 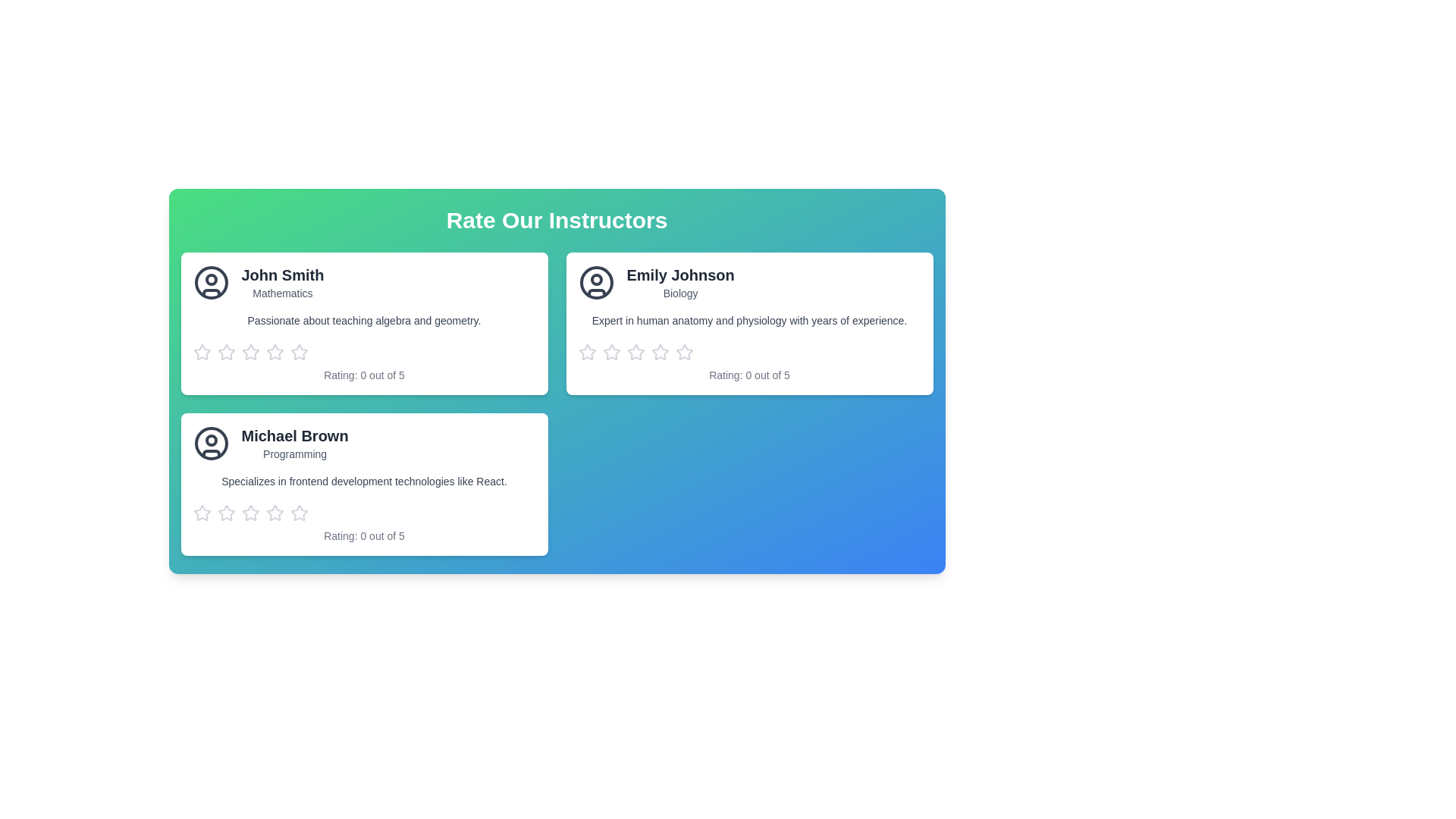 What do you see at coordinates (749, 320) in the screenshot?
I see `the text element displaying 'Expert in human anatomy and physiology with years of experience.' within the card for instructor 'Emily Johnson'` at bounding box center [749, 320].